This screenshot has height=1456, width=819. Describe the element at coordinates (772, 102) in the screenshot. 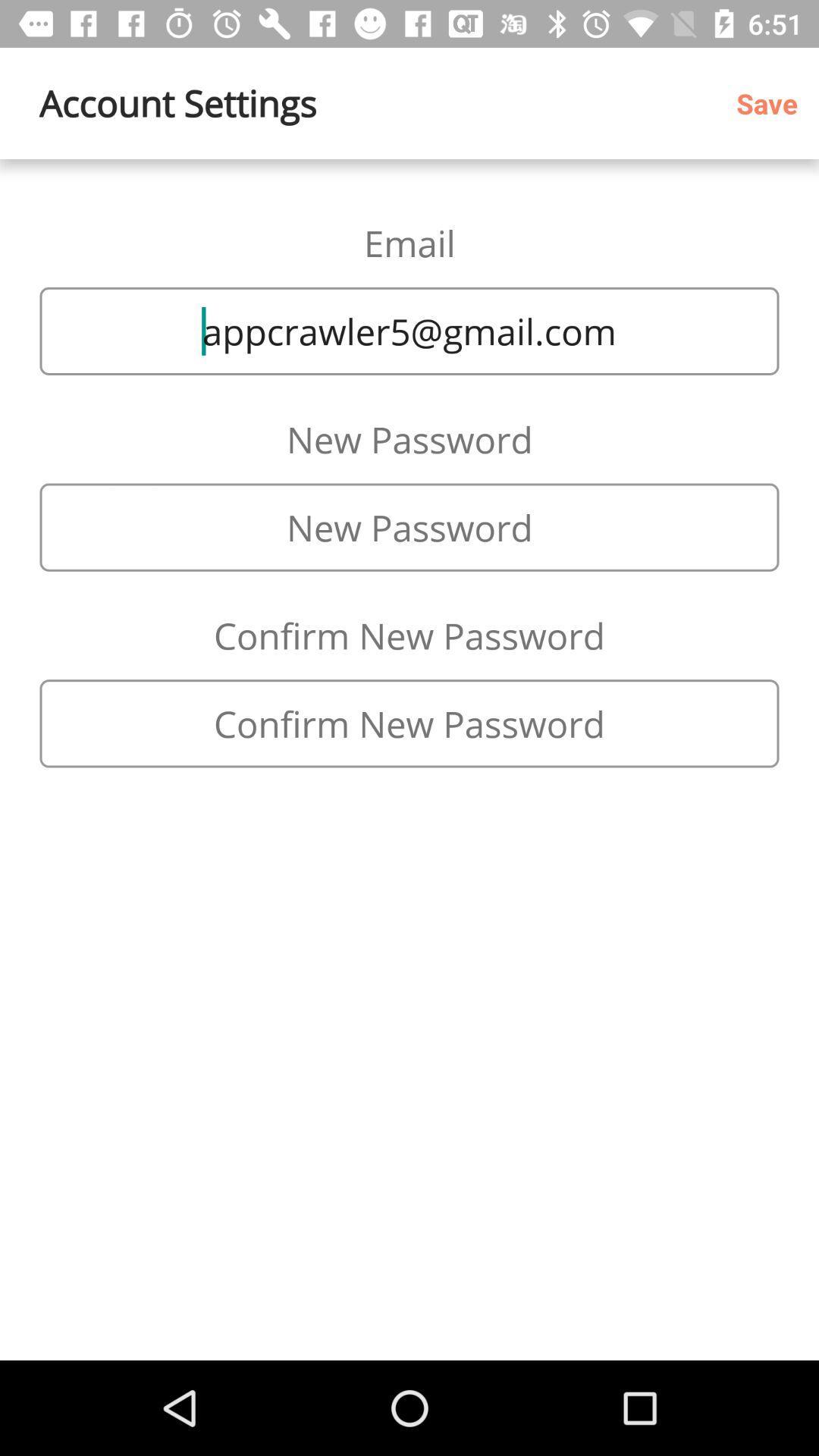

I see `the icon above email item` at that location.